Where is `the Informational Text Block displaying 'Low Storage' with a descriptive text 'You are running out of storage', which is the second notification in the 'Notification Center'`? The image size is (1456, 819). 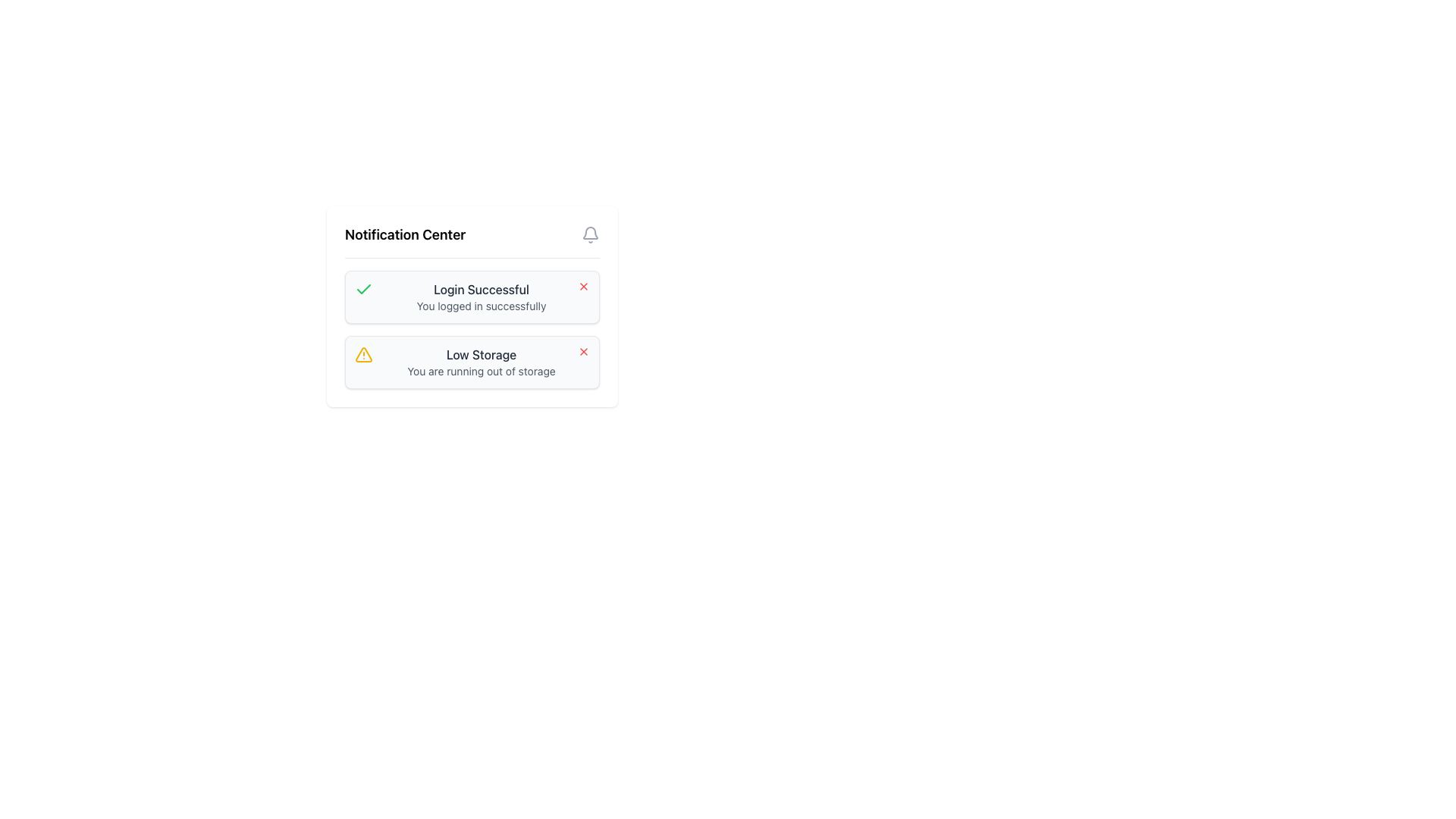
the Informational Text Block displaying 'Low Storage' with a descriptive text 'You are running out of storage', which is the second notification in the 'Notification Center' is located at coordinates (480, 362).